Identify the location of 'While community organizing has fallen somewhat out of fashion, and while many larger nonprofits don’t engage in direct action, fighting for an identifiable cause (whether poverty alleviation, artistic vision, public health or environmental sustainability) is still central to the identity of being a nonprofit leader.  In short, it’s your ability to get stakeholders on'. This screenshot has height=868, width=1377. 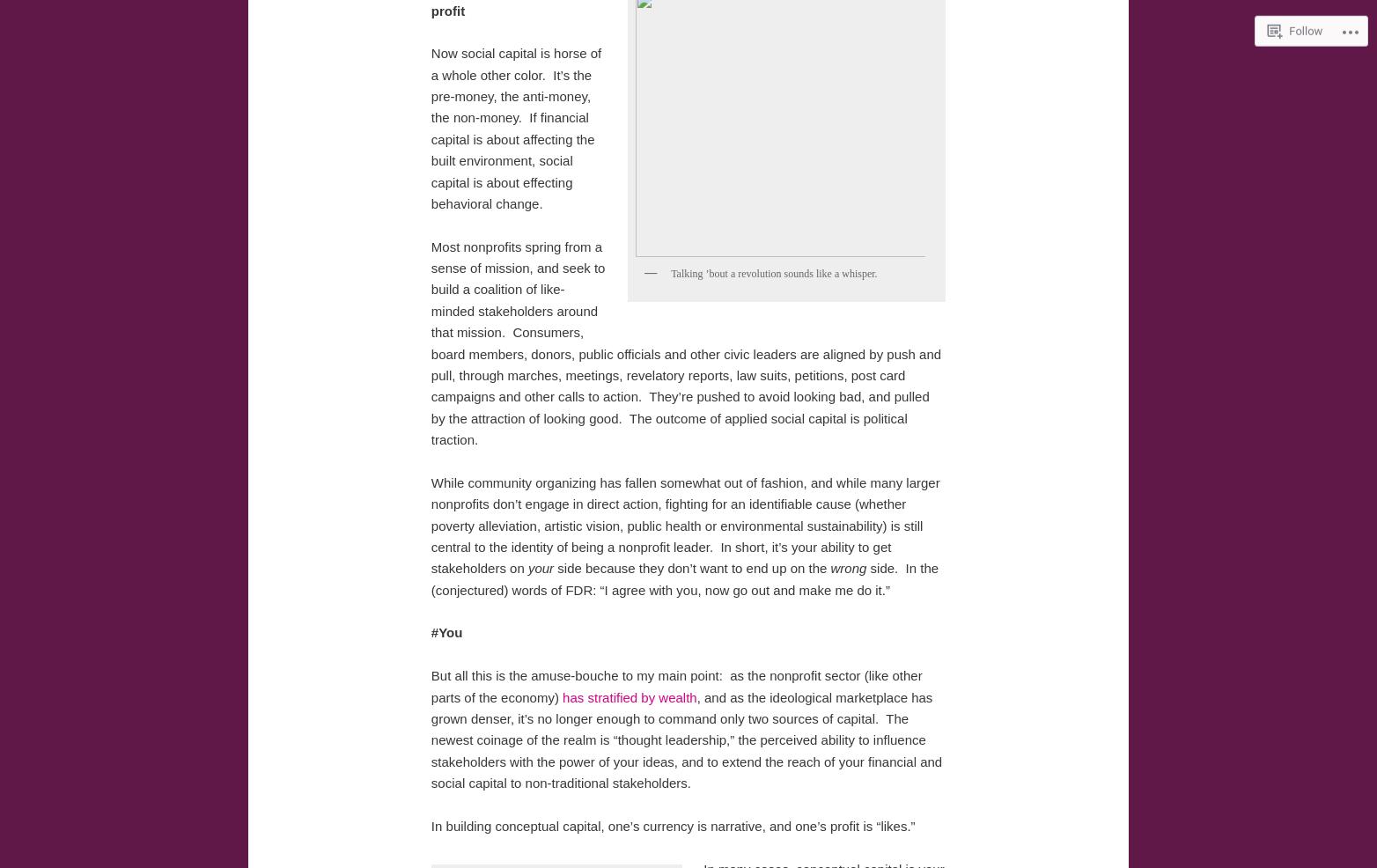
(683, 525).